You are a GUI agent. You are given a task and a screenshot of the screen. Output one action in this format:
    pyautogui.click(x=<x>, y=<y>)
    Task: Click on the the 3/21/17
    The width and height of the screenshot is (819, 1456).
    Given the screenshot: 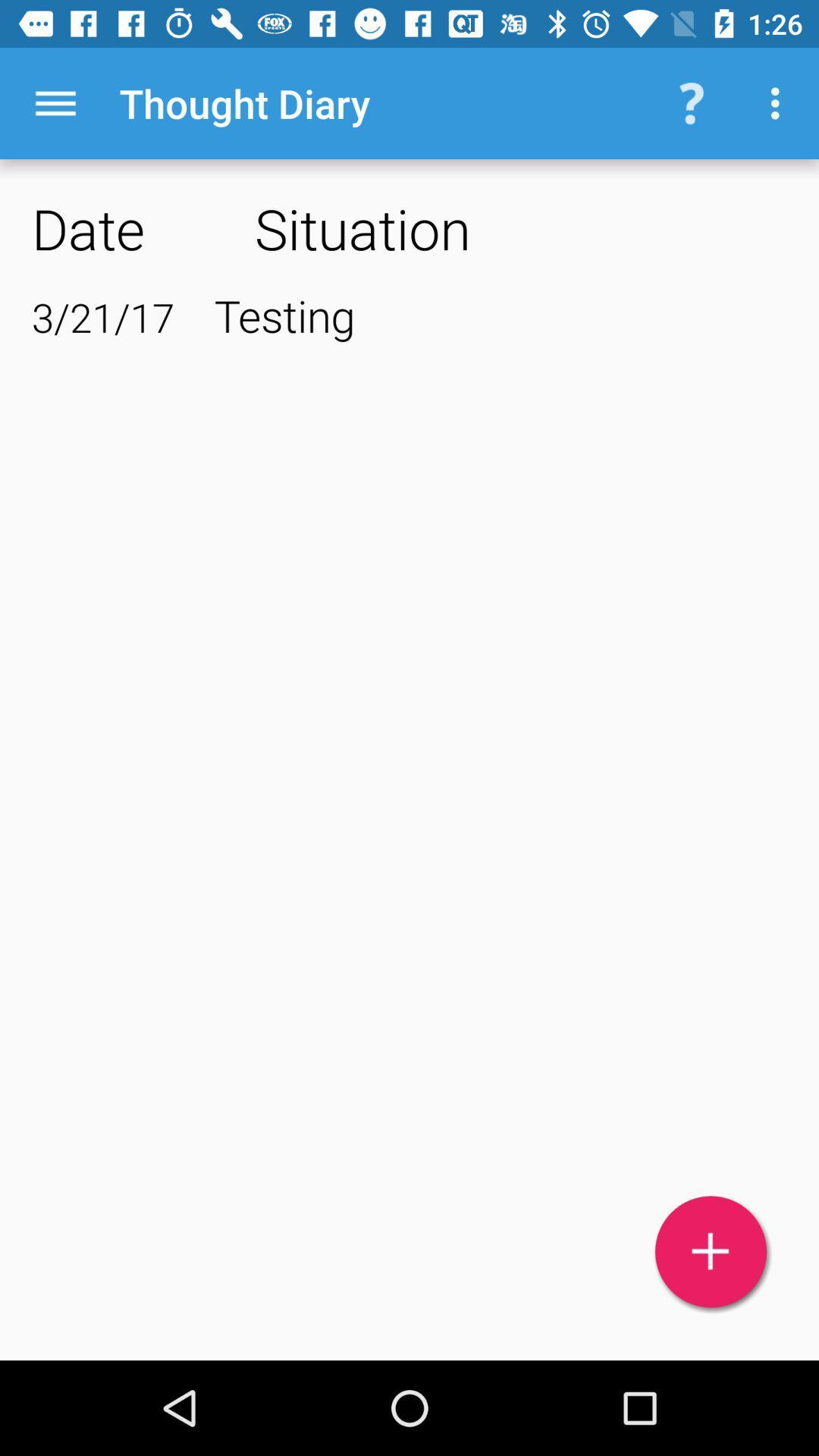 What is the action you would take?
    pyautogui.click(x=102, y=316)
    